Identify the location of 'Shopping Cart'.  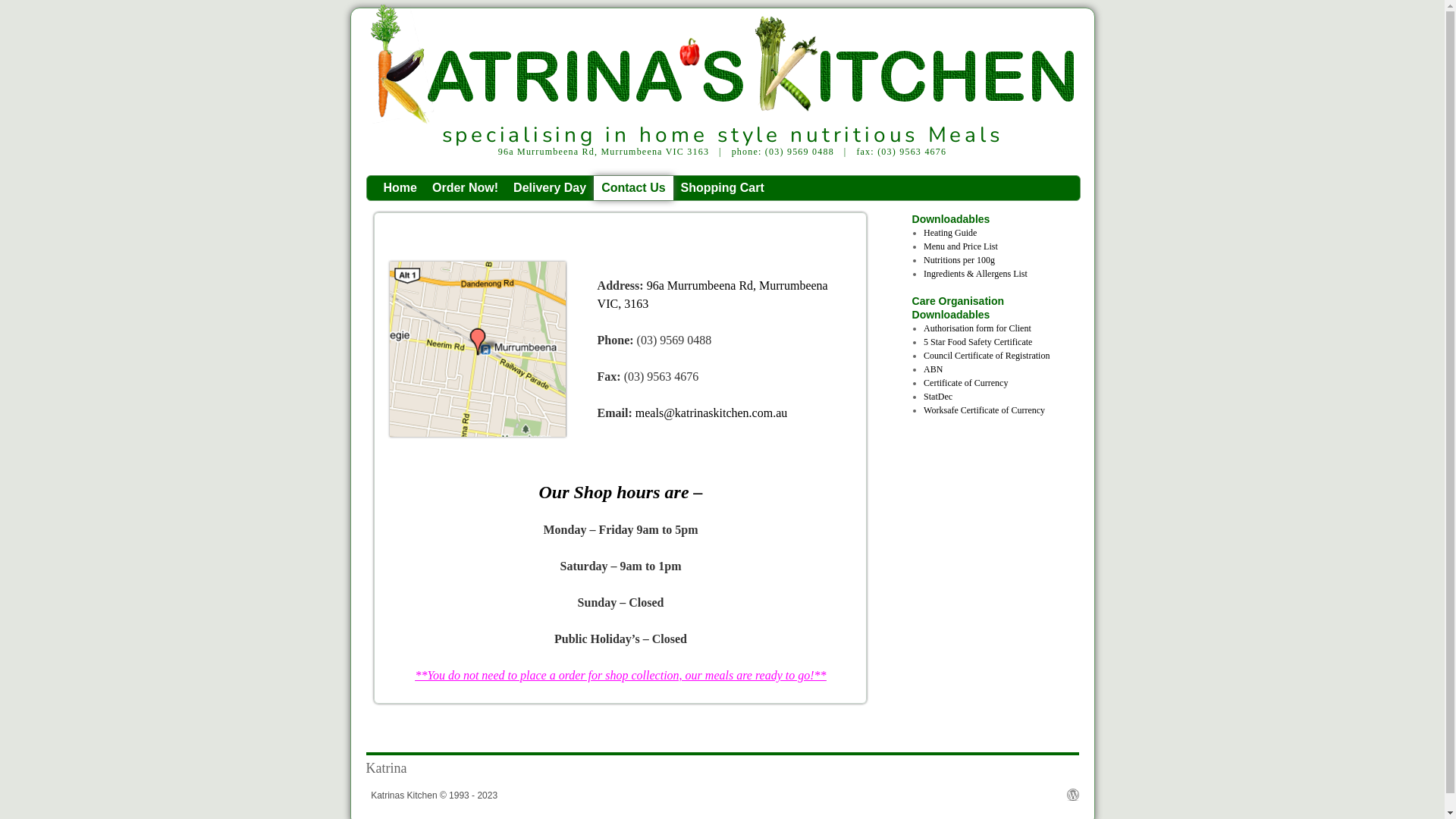
(722, 187).